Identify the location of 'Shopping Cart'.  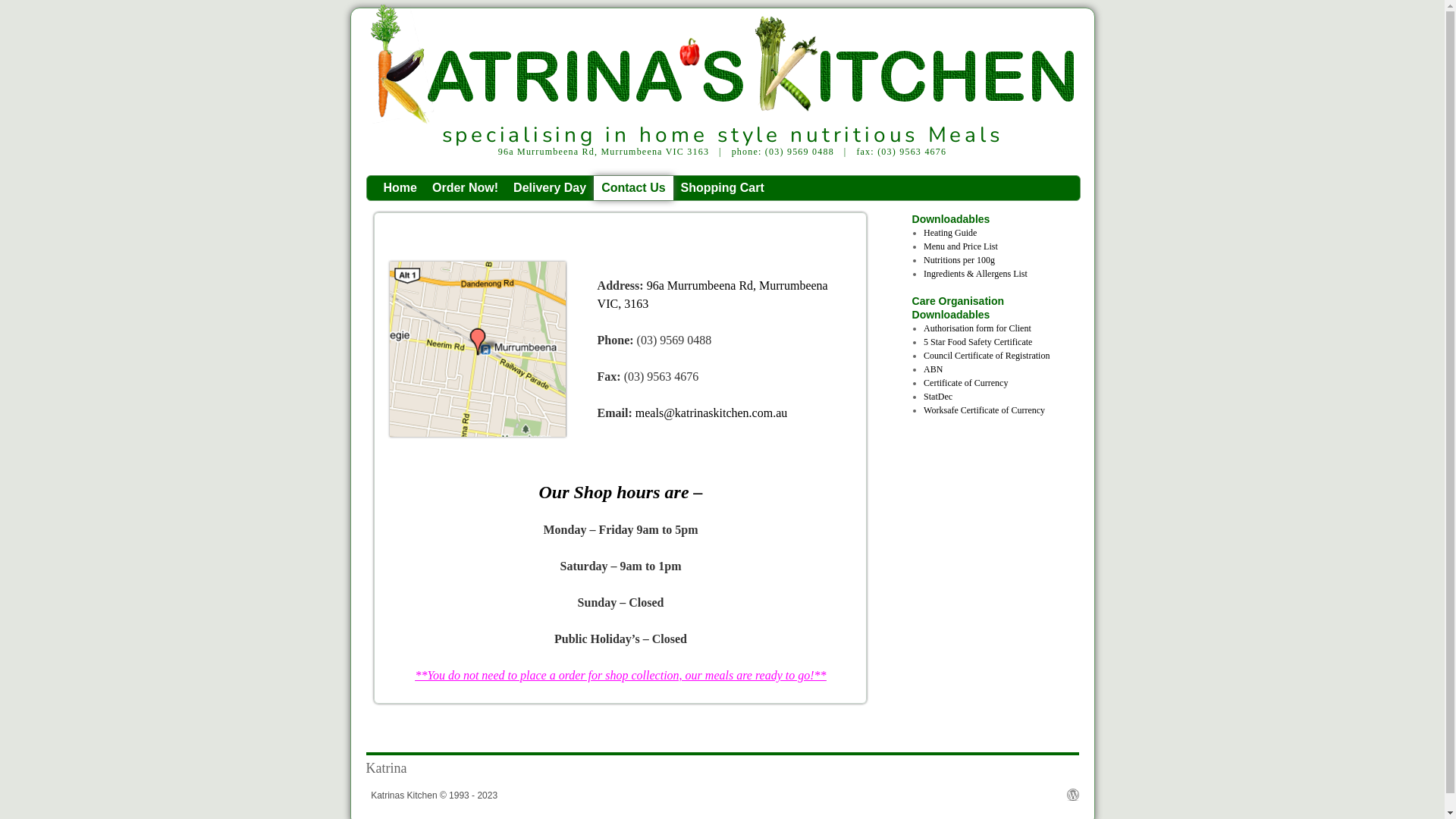
(722, 187).